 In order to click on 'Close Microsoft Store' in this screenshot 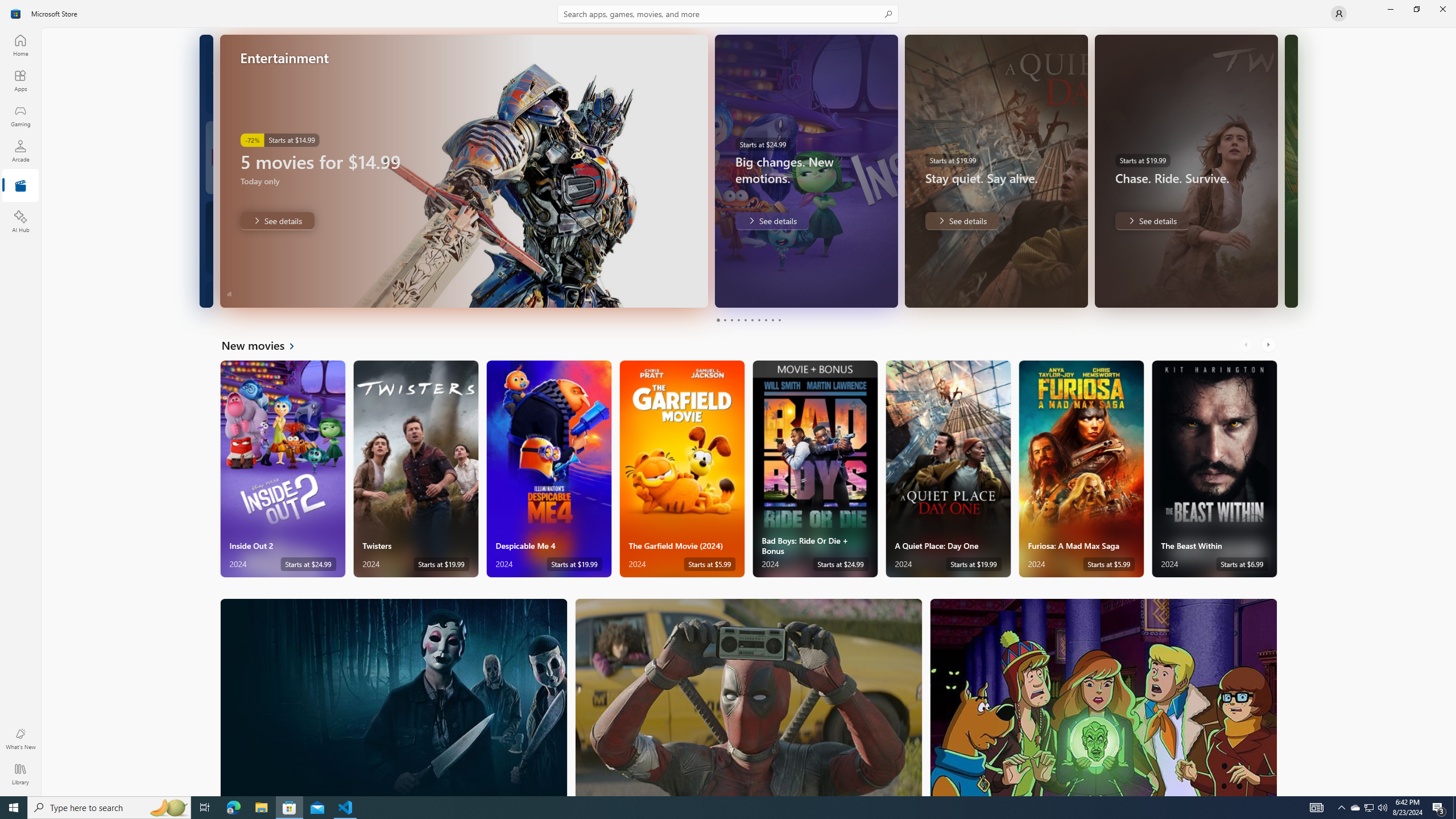, I will do `click(1442, 9)`.